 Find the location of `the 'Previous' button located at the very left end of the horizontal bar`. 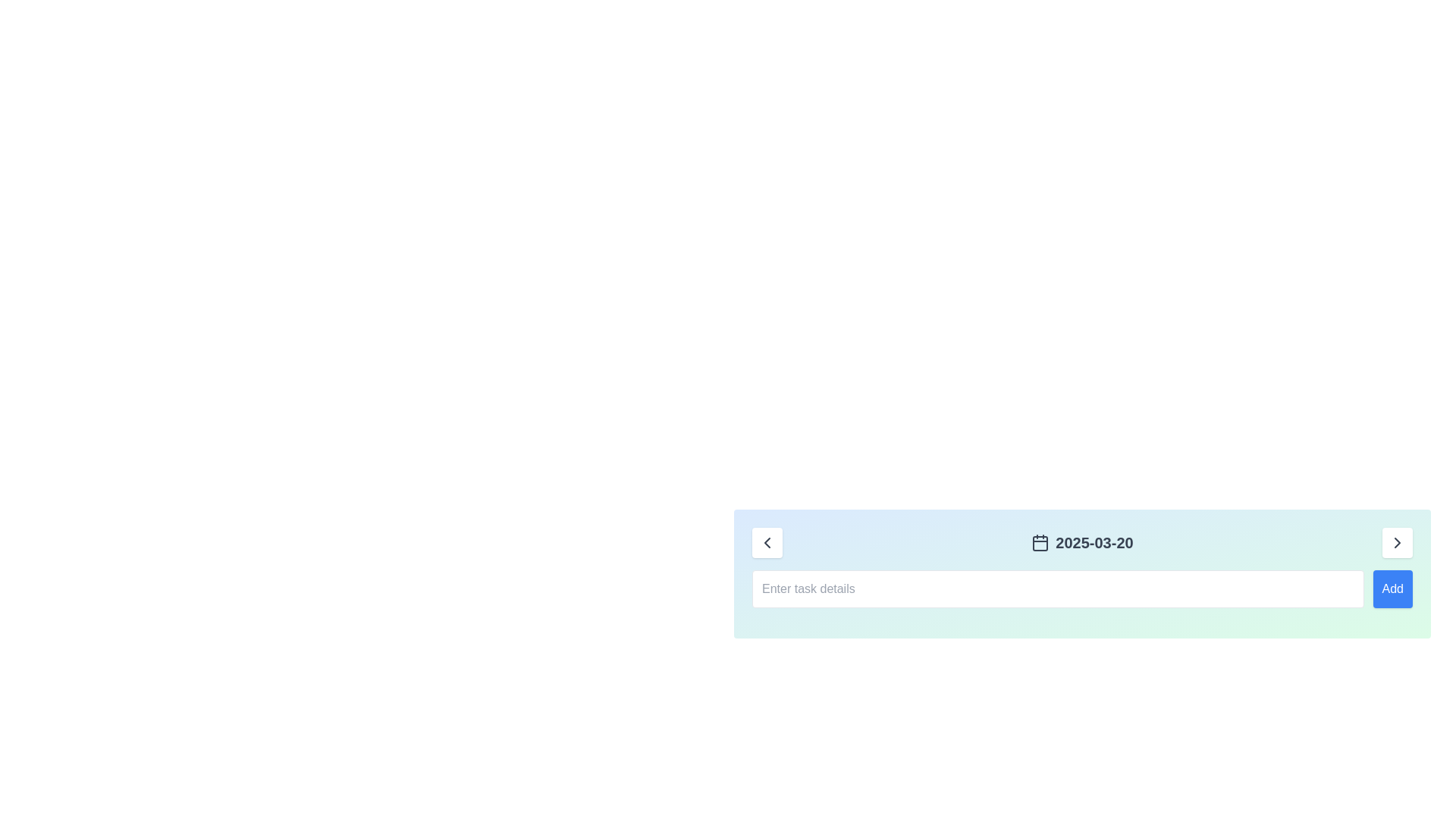

the 'Previous' button located at the very left end of the horizontal bar is located at coordinates (767, 542).